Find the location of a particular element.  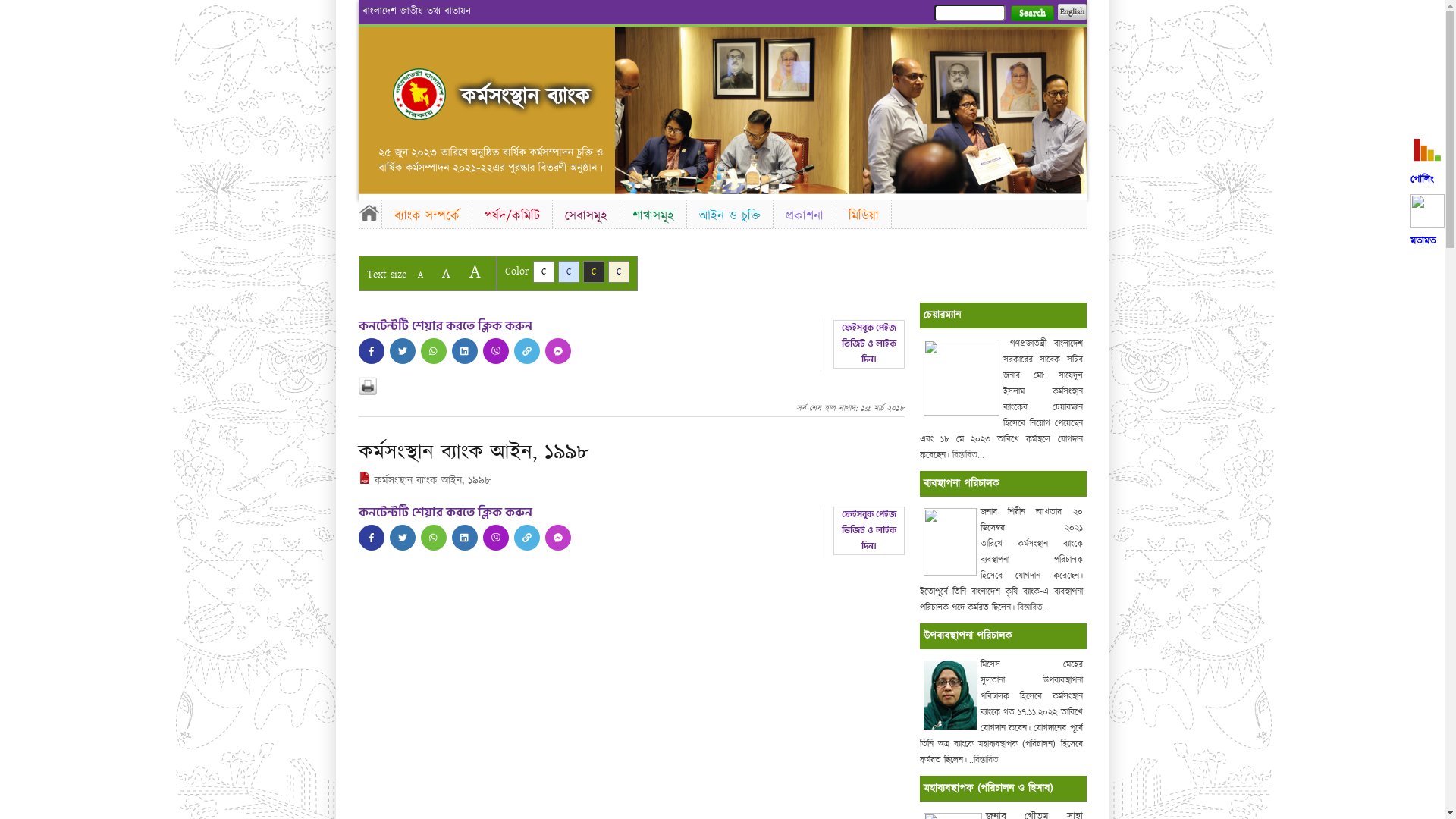

'Home' is located at coordinates (419, 93).